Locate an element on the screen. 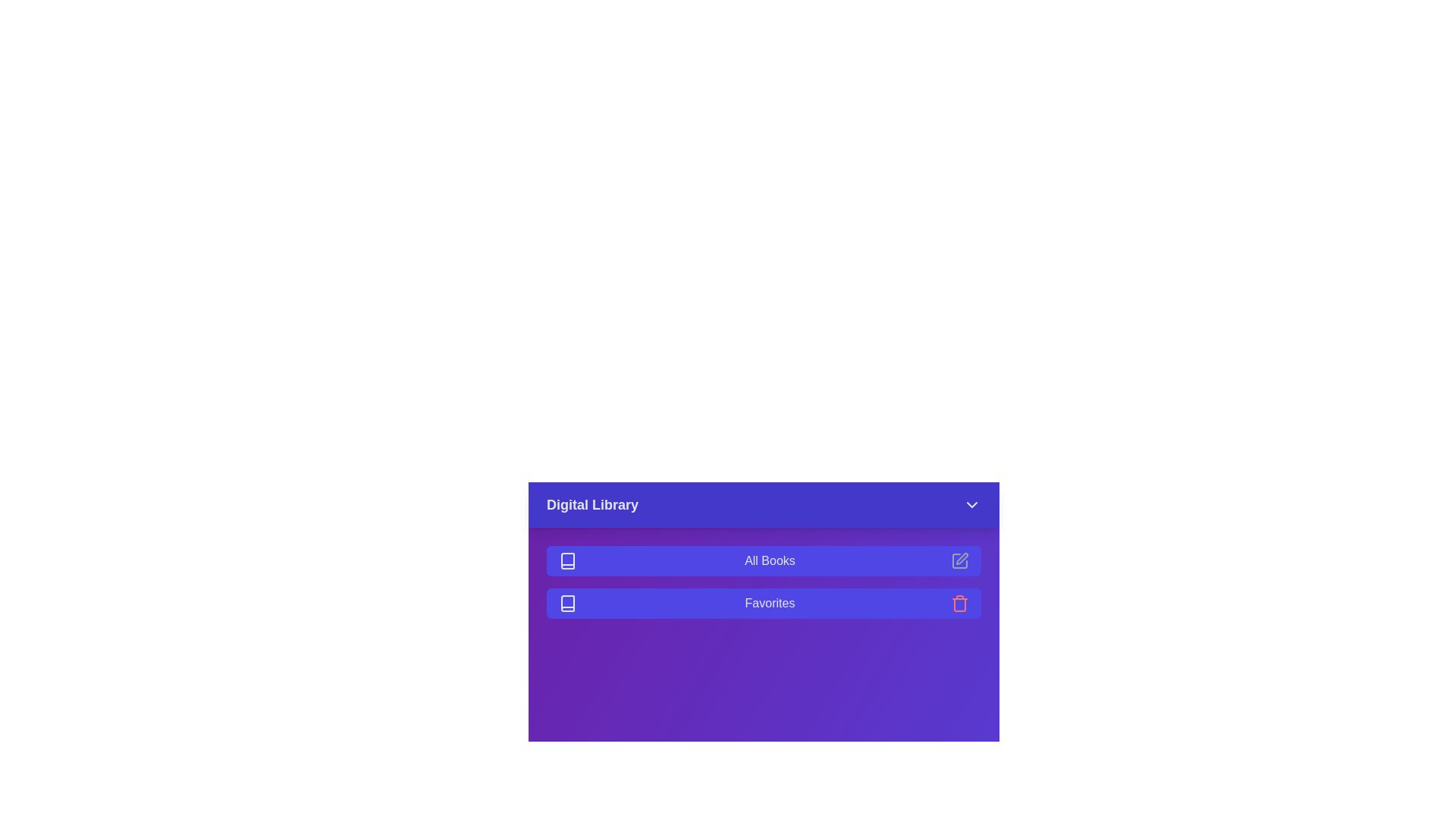  the header of the Digital Library menu to toggle its visibility is located at coordinates (764, 505).